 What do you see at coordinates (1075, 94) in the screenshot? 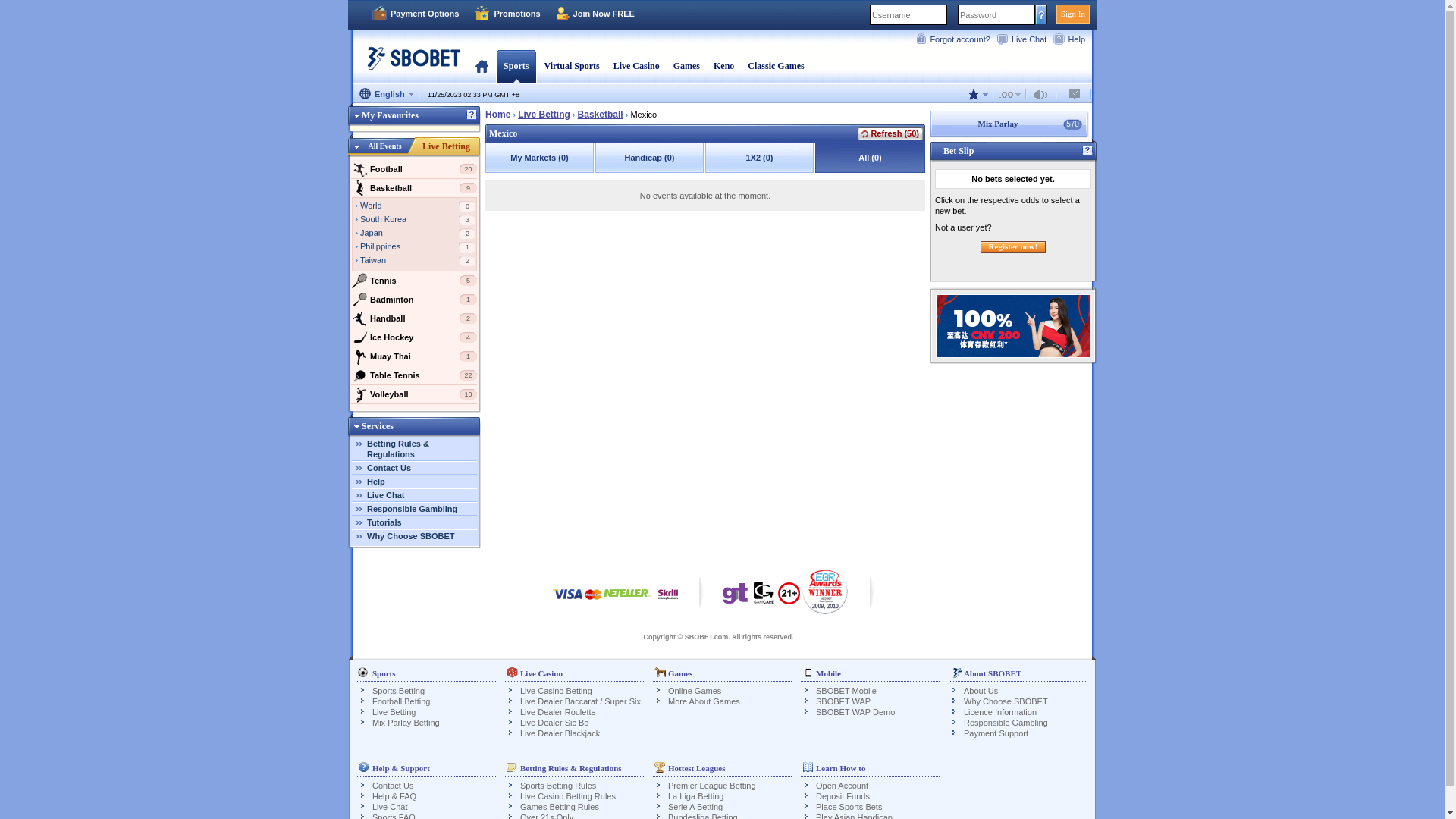
I see `'Unavailable option'` at bounding box center [1075, 94].